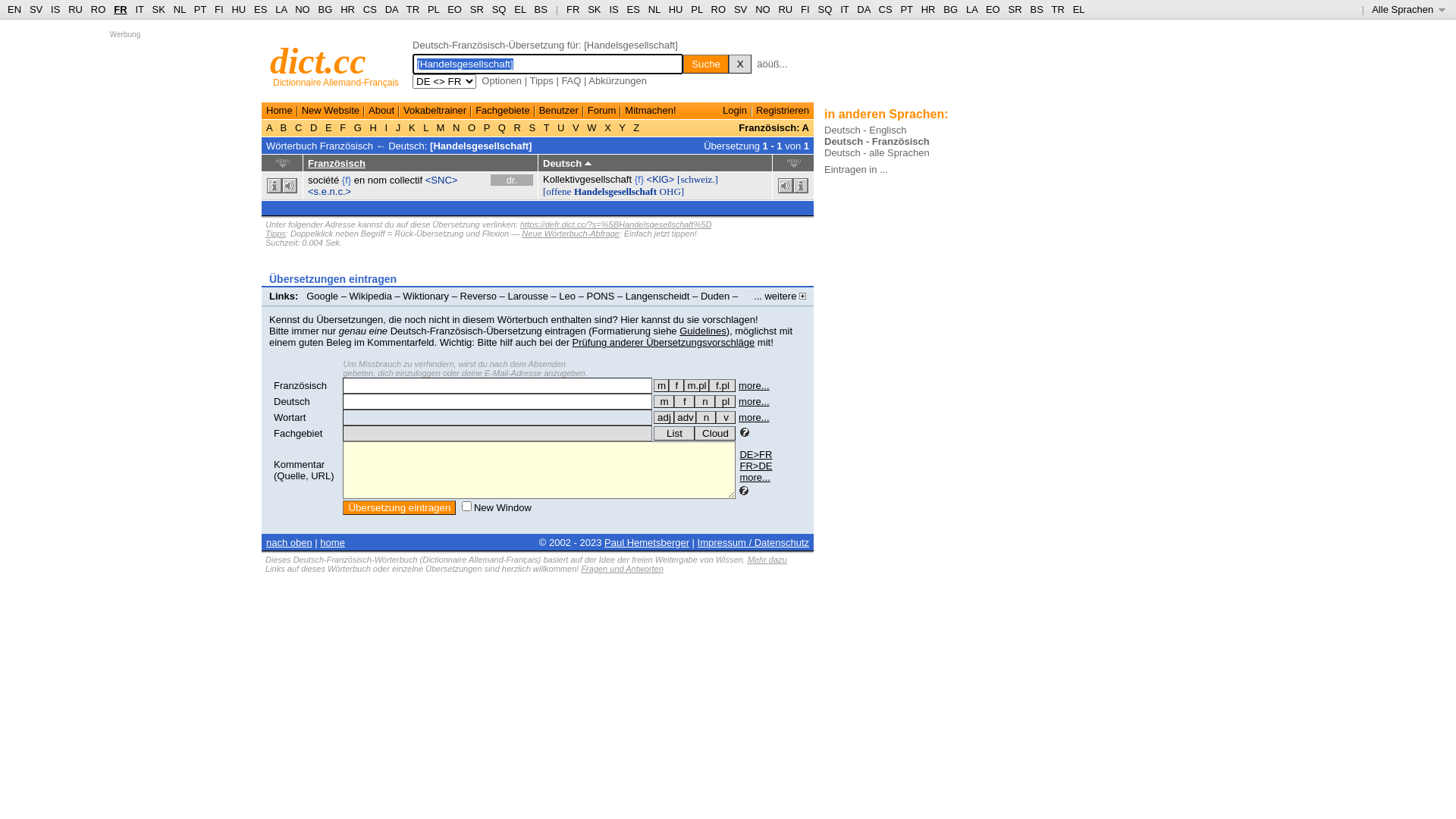 This screenshot has height=819, width=1456. I want to click on 'R', so click(517, 127).